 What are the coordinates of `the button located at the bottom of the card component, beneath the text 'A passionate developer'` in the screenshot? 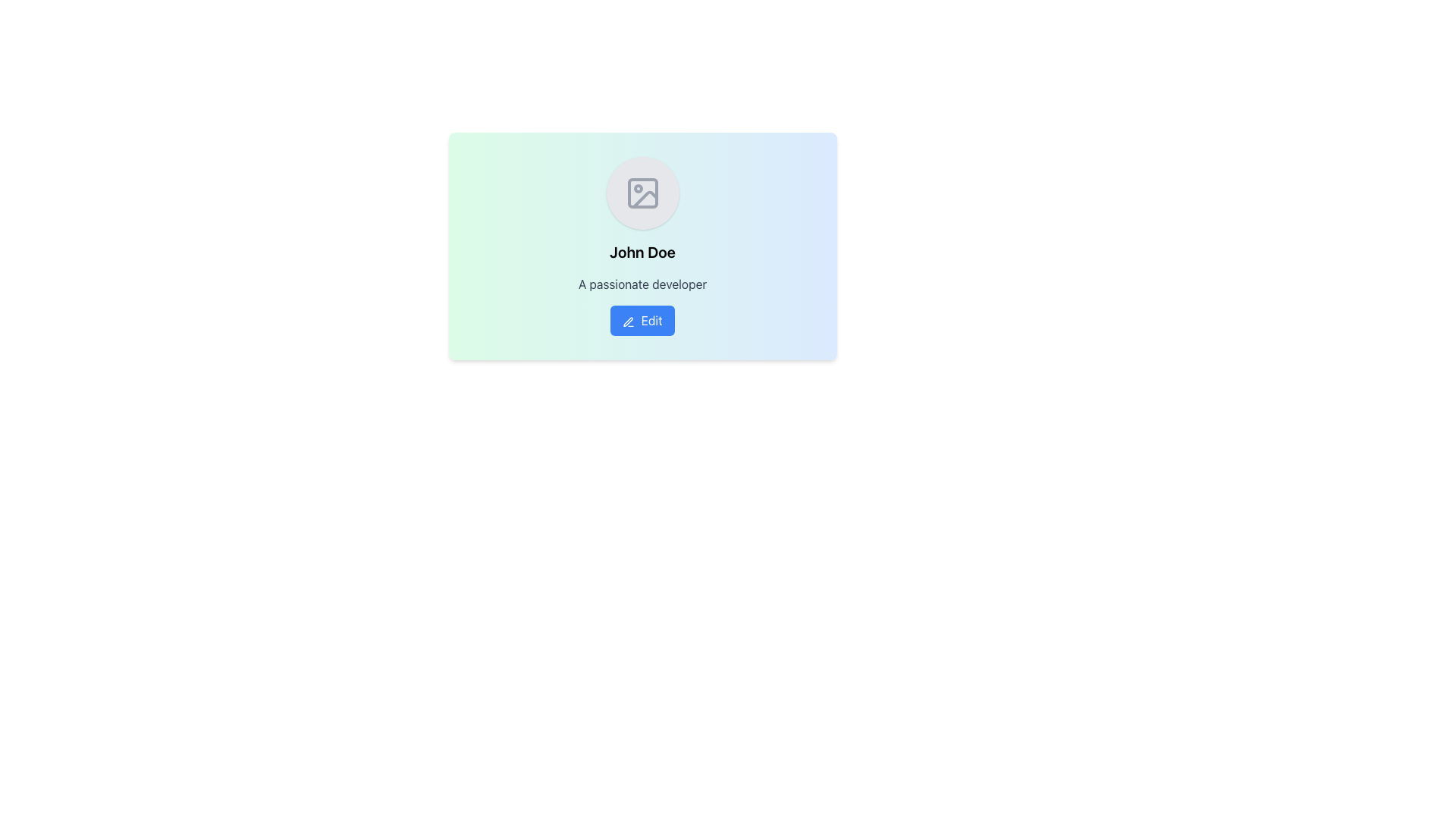 It's located at (642, 320).